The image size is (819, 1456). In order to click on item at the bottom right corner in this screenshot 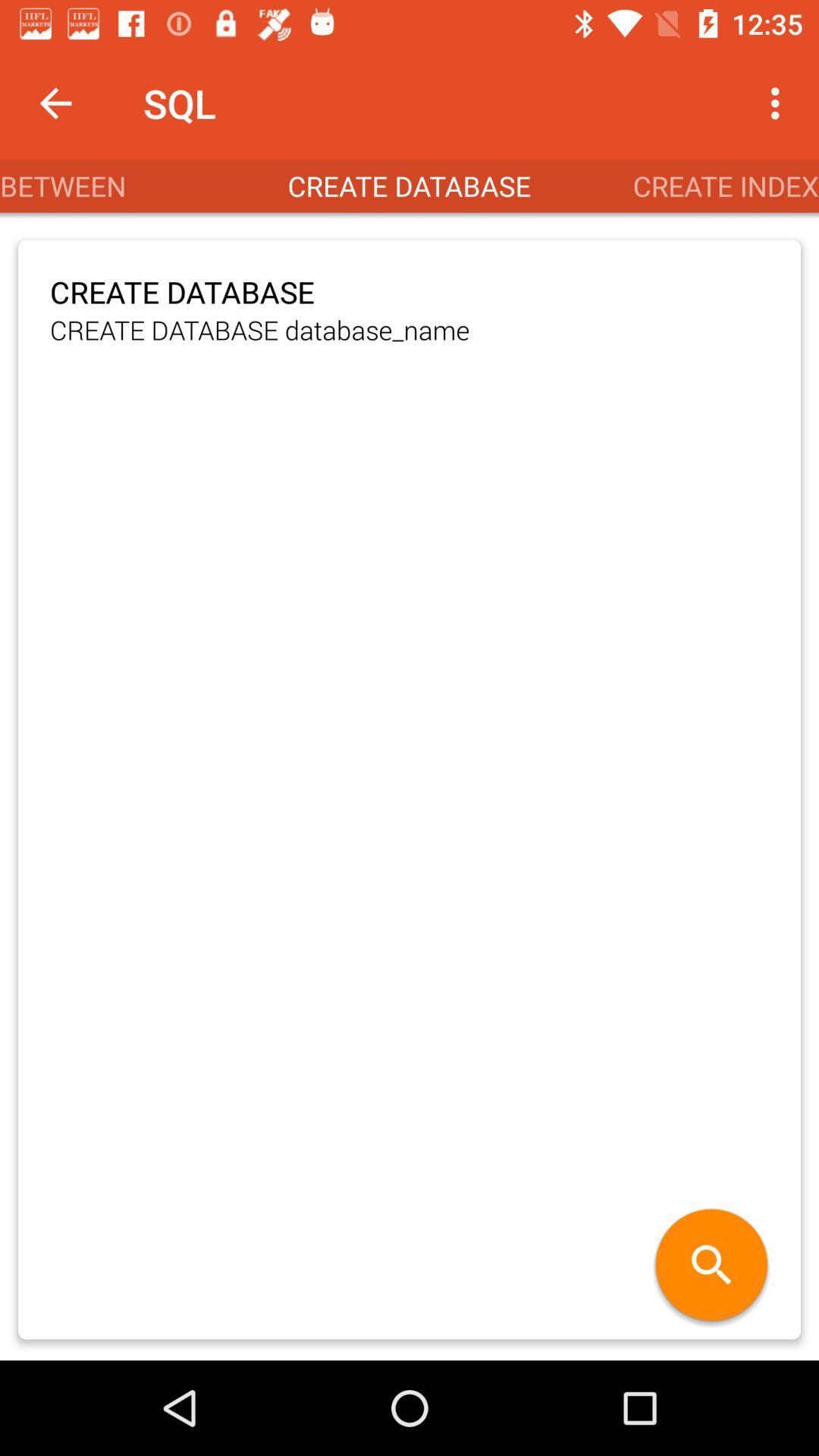, I will do `click(711, 1266)`.